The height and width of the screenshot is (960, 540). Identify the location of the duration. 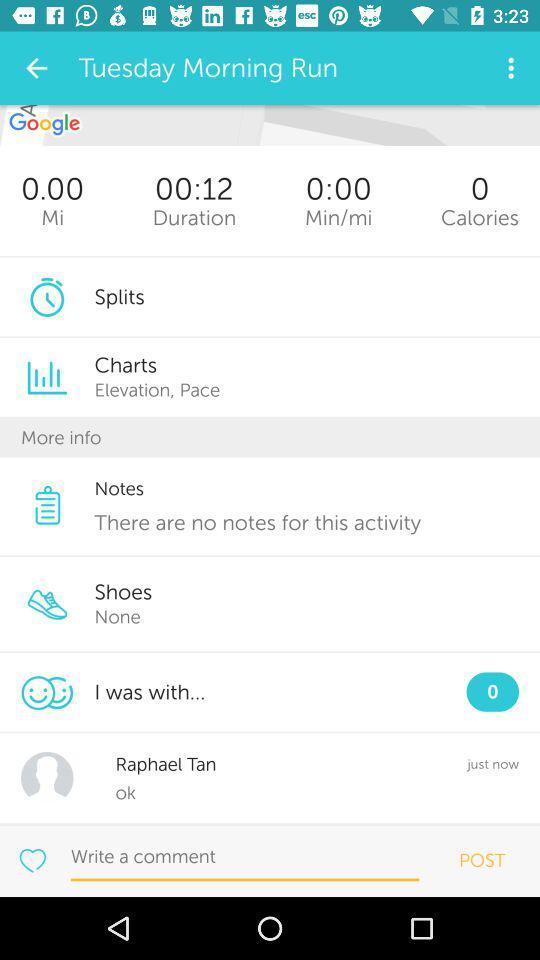
(194, 217).